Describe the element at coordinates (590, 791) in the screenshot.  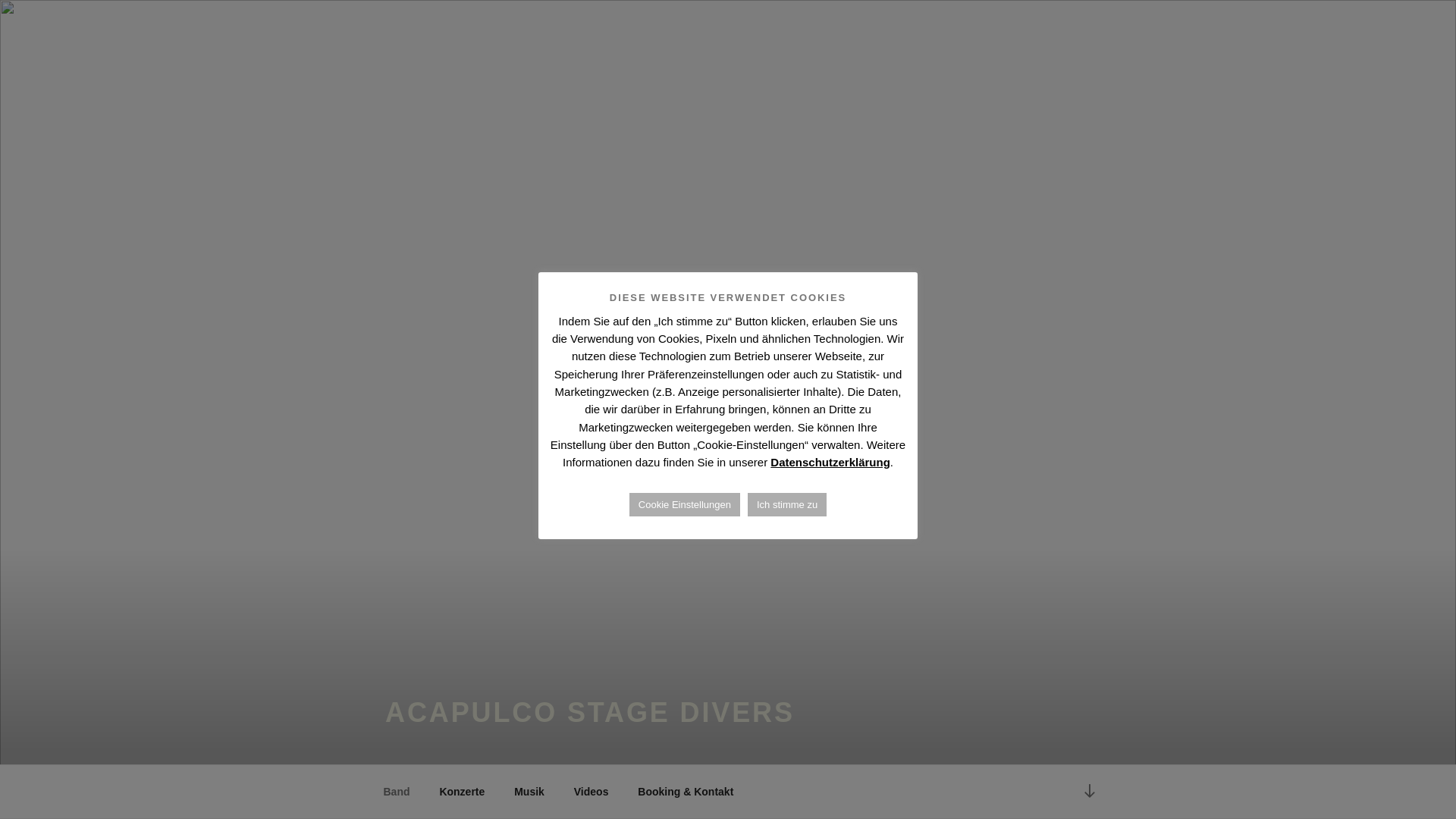
I see `'Videos'` at that location.